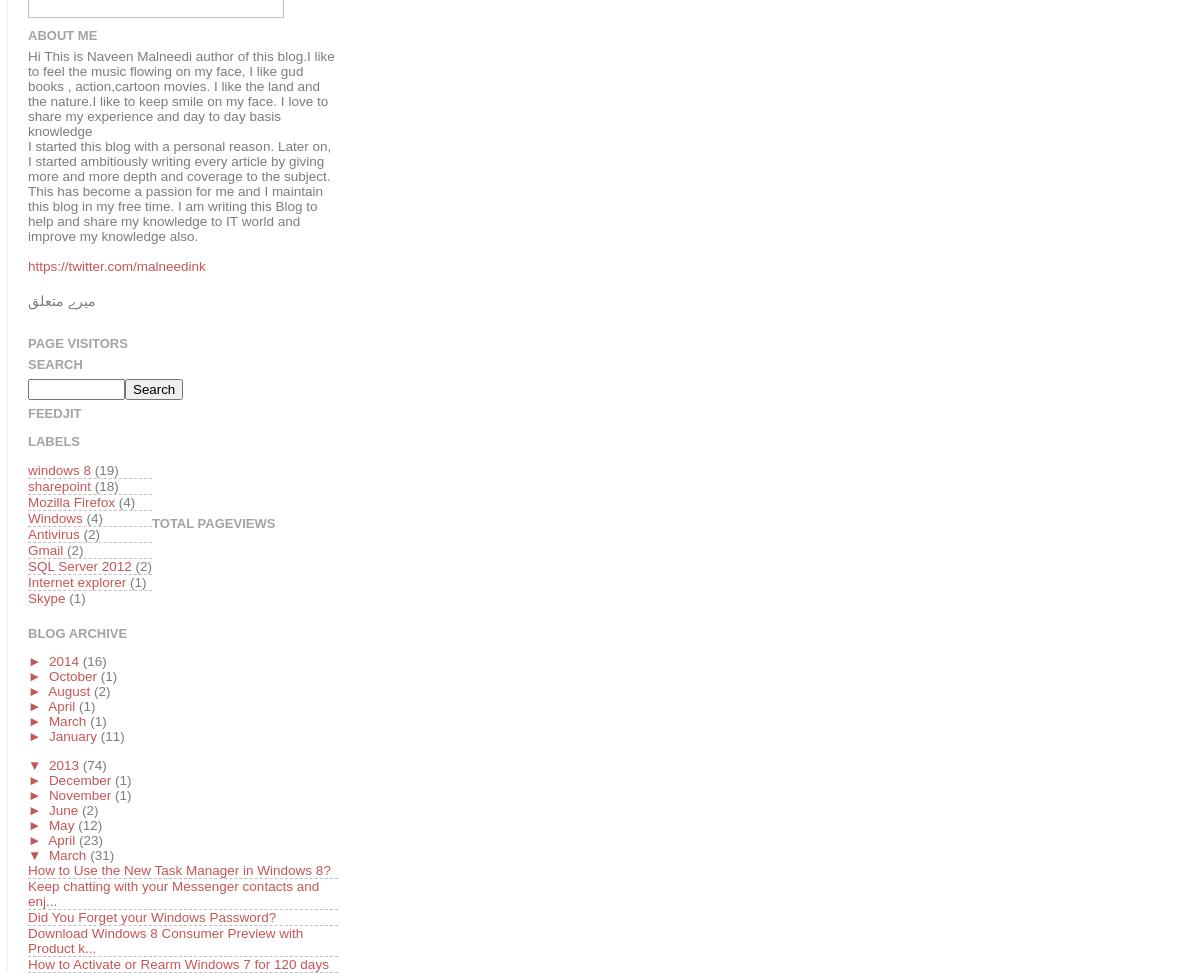  I want to click on 'Hi This is Naveen Malneedi author of this blog.I like to feel the music flowing on my face, I like gud books ,  action,cartoon movies. I like the land and the nature.I like to keep smile on my face. I love to share my experience and day to day basis knowledge', so click(180, 92).